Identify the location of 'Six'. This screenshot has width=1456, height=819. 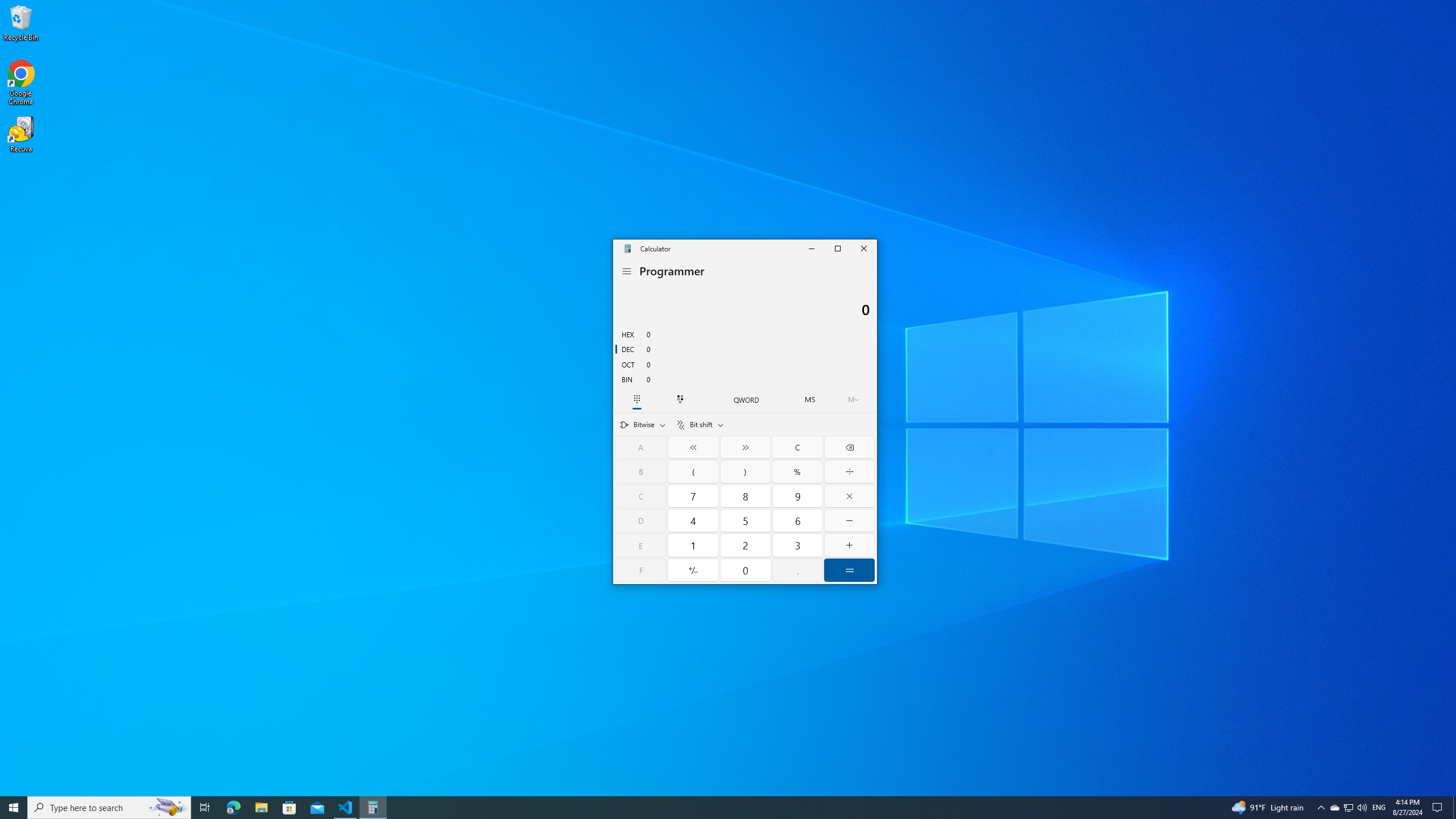
(797, 520).